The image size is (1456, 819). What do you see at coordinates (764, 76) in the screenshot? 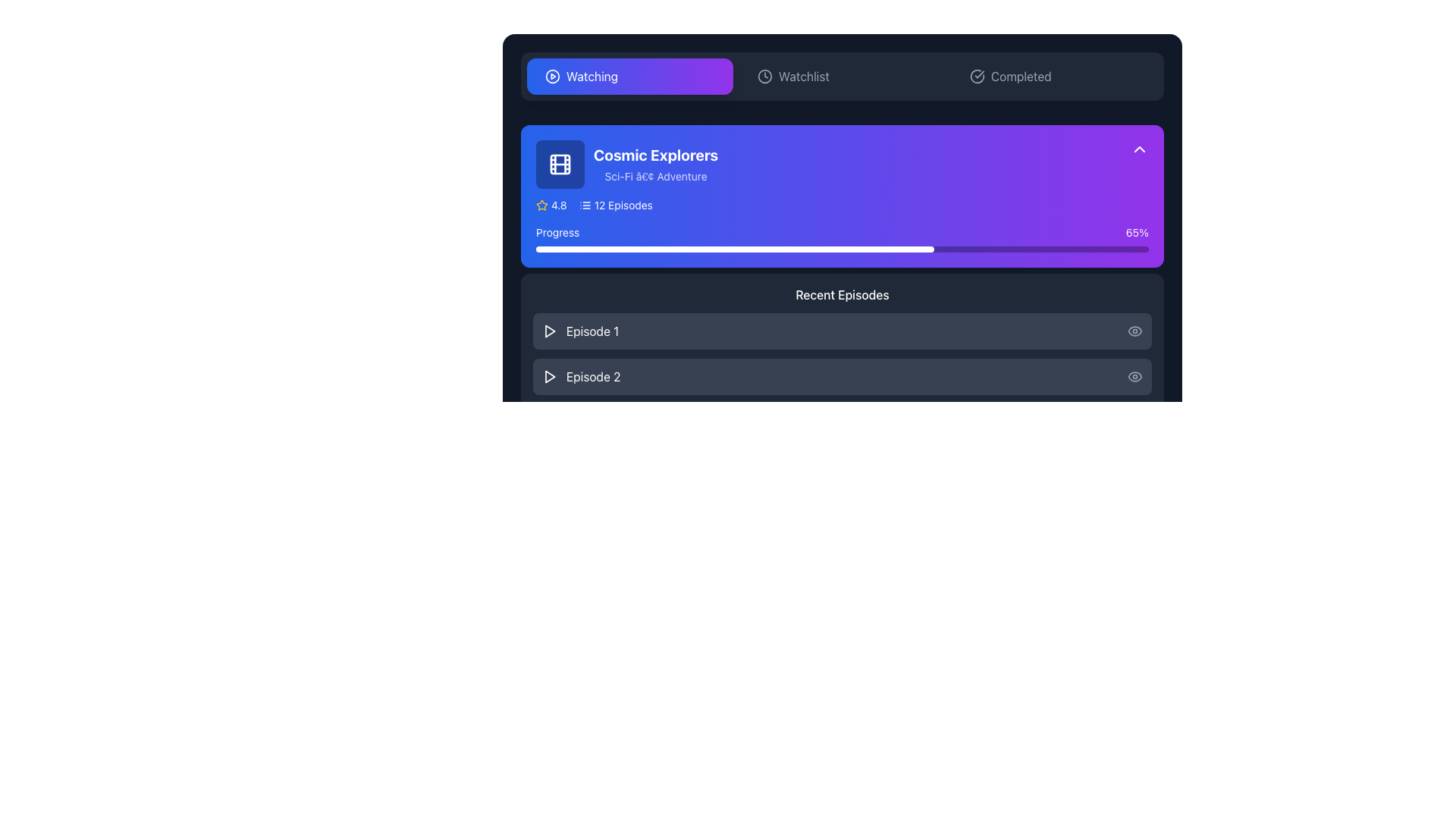
I see `the circular clock-like icon with a minimalist gray design located to the left of the 'Watchlist' text in the top center navigation of the interface` at bounding box center [764, 76].